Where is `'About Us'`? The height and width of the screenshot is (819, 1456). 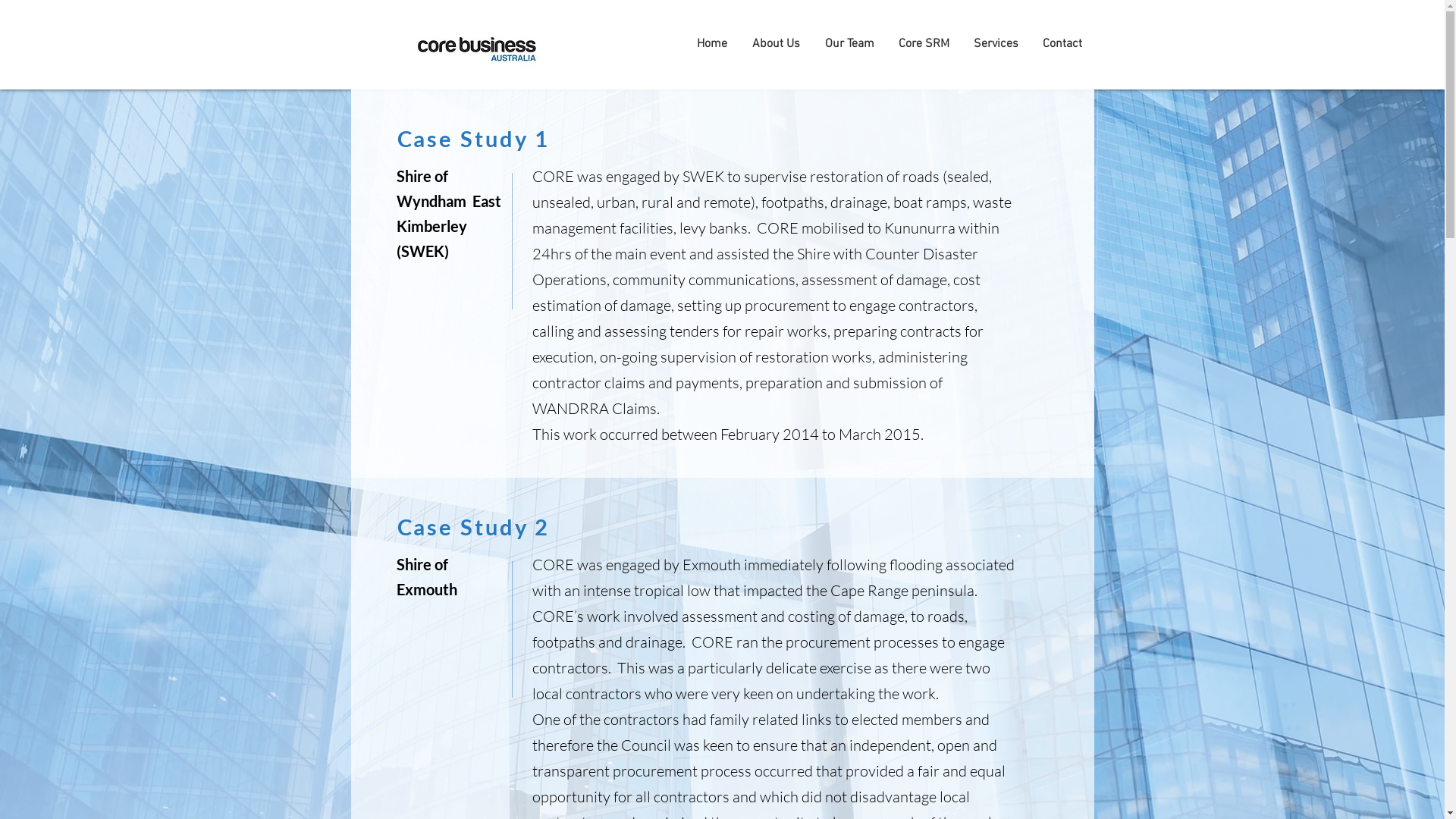
'About Us' is located at coordinates (776, 43).